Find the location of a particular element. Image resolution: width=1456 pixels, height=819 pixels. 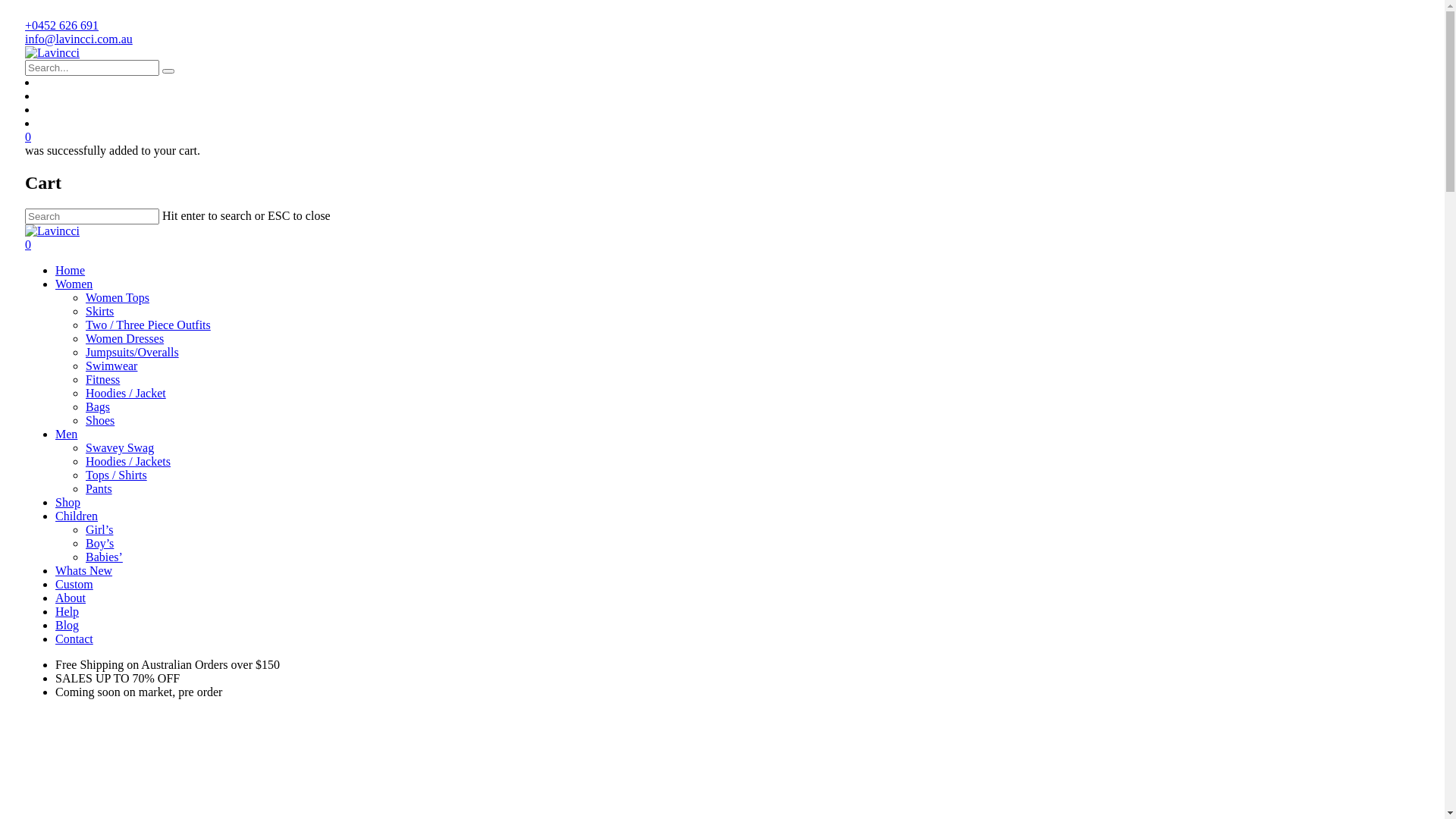

'Two / Three Piece Outfits' is located at coordinates (148, 324).